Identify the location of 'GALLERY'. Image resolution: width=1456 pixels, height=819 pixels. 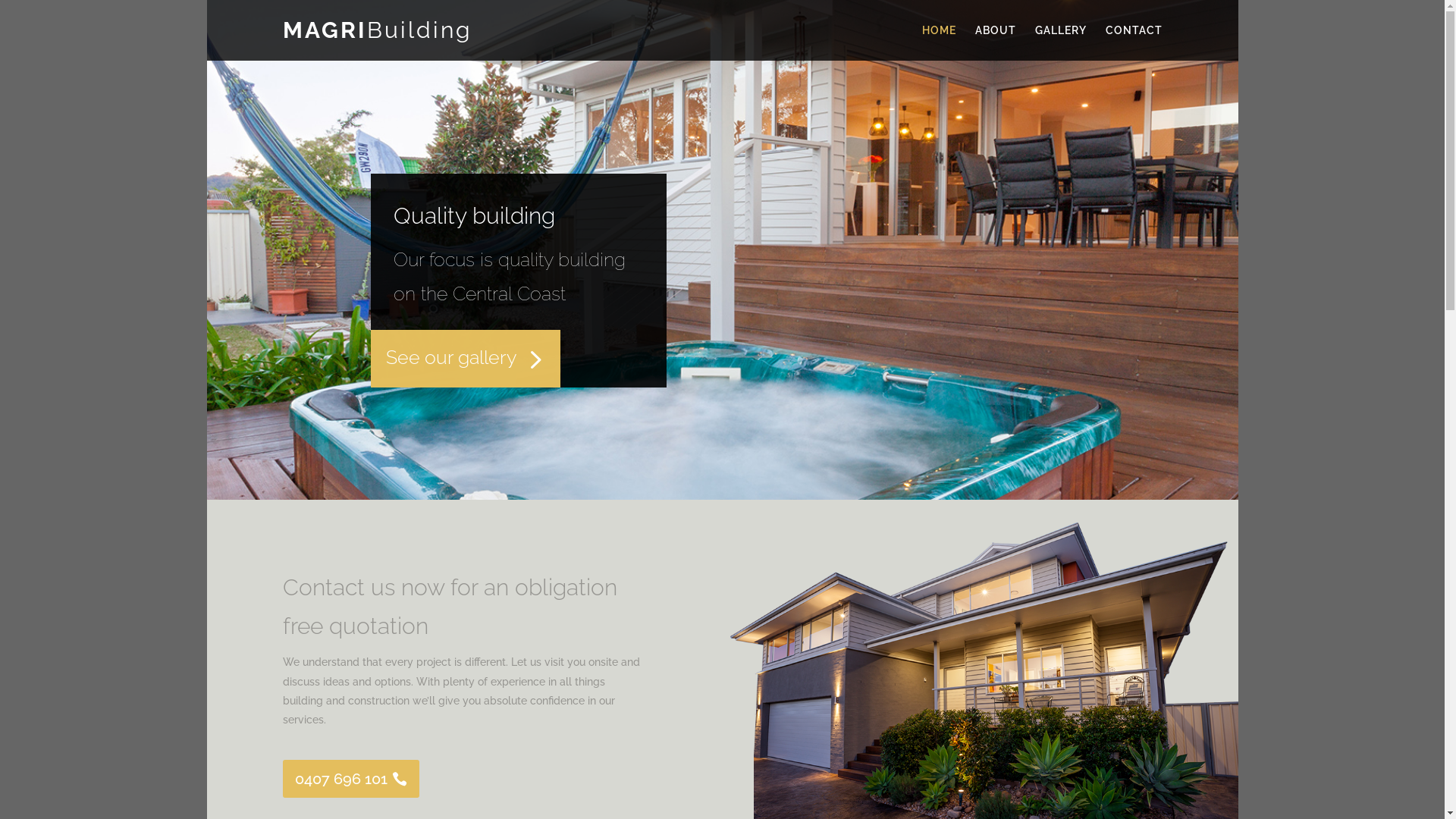
(1059, 42).